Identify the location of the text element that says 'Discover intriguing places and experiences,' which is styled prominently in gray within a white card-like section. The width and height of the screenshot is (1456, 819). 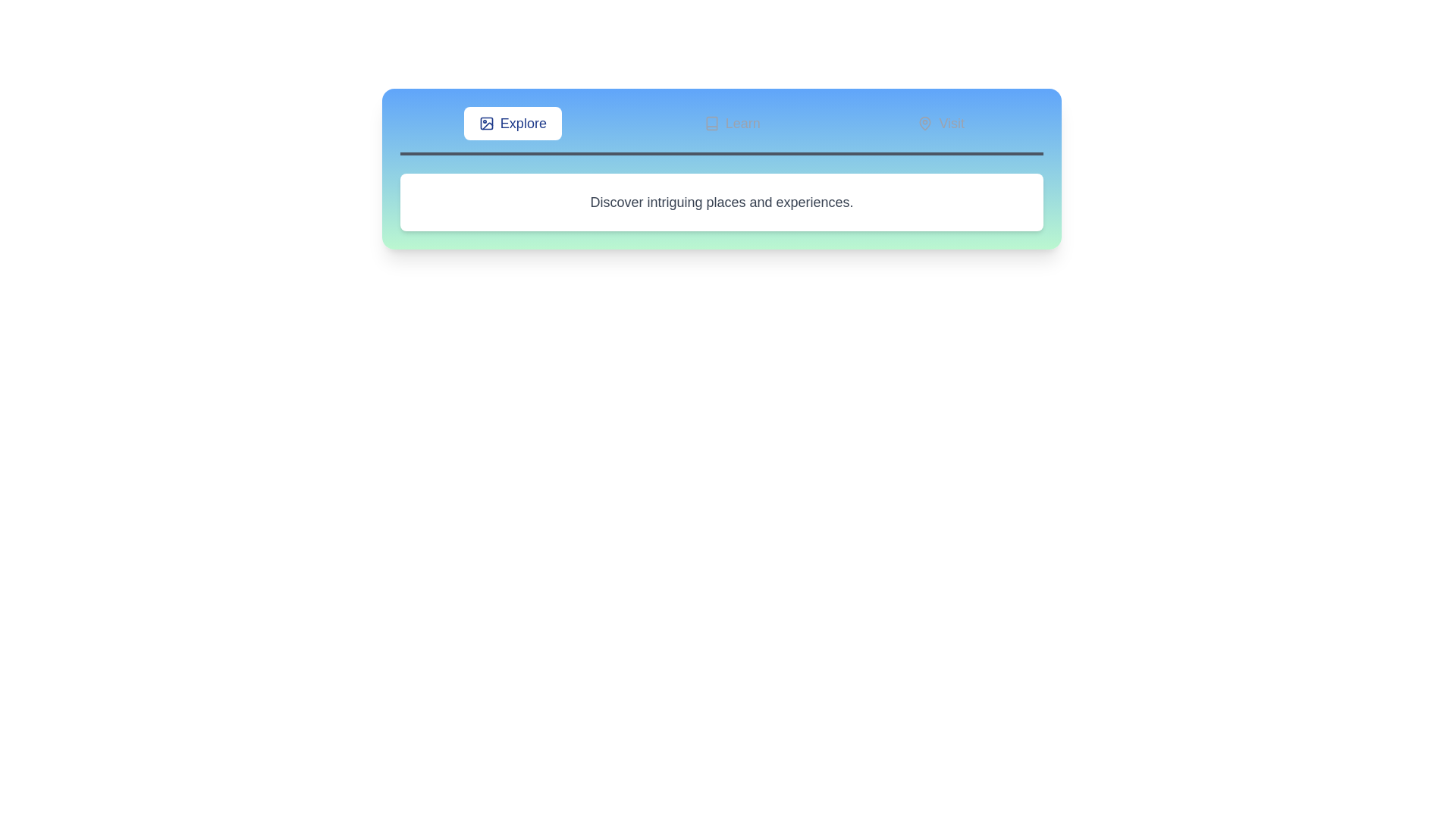
(720, 201).